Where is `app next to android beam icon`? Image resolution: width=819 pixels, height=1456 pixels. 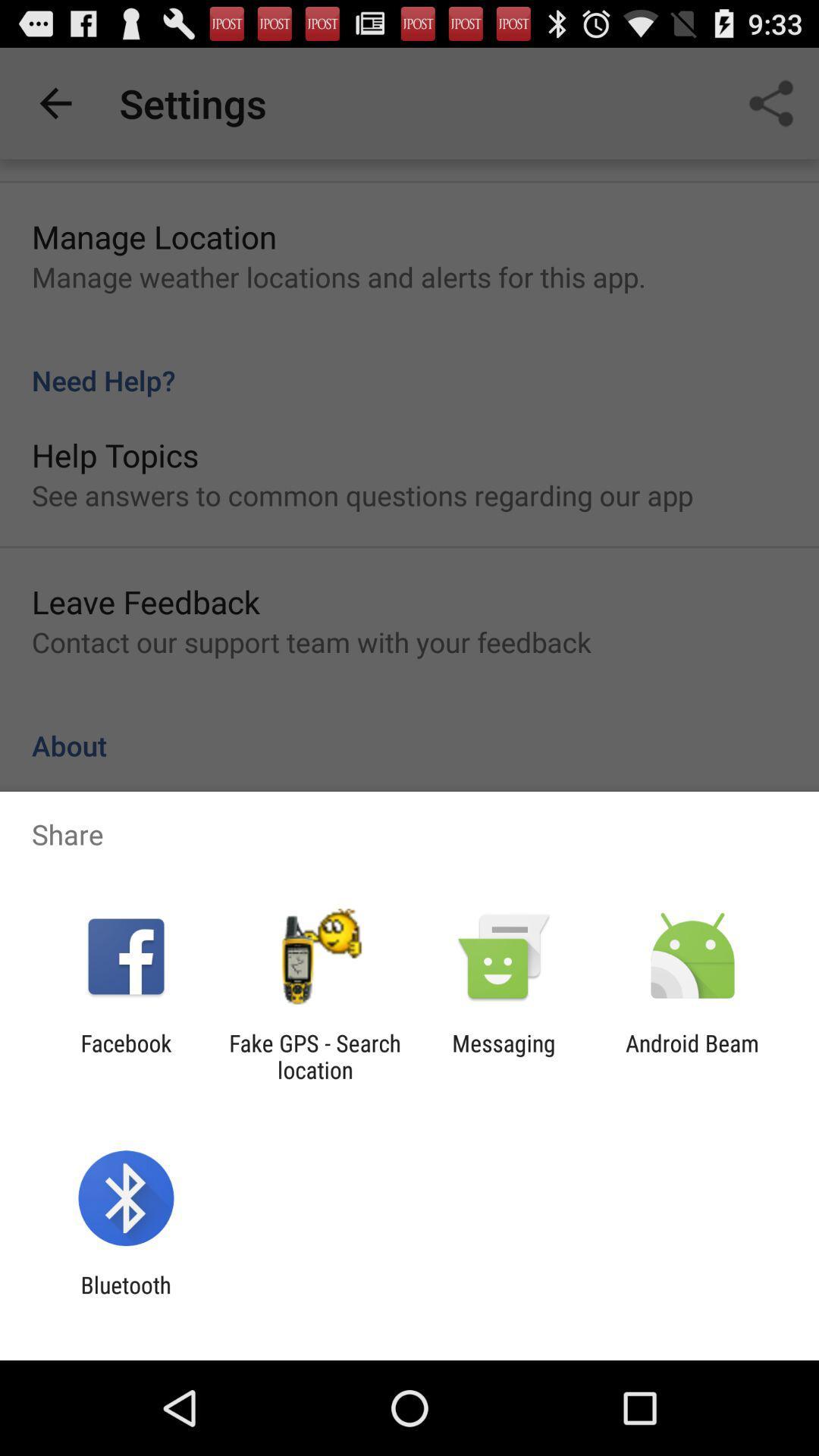
app next to android beam icon is located at coordinates (504, 1056).